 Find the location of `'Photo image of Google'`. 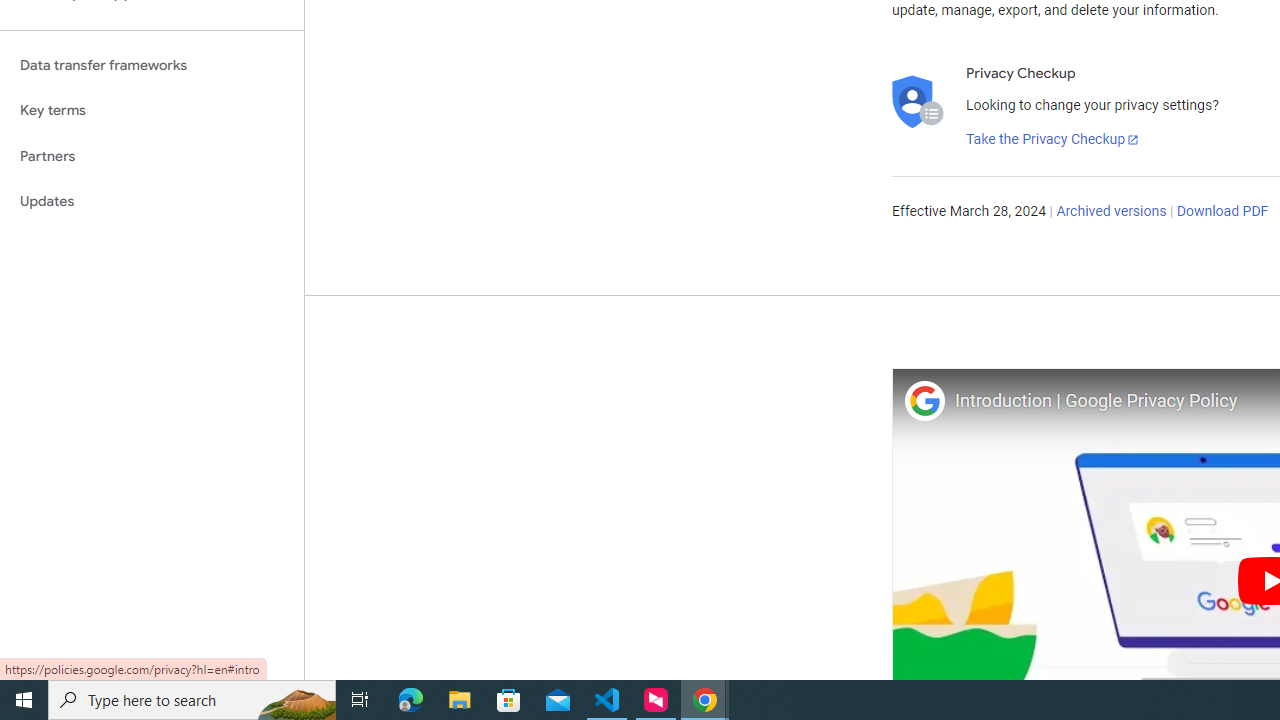

'Photo image of Google' is located at coordinates (923, 400).